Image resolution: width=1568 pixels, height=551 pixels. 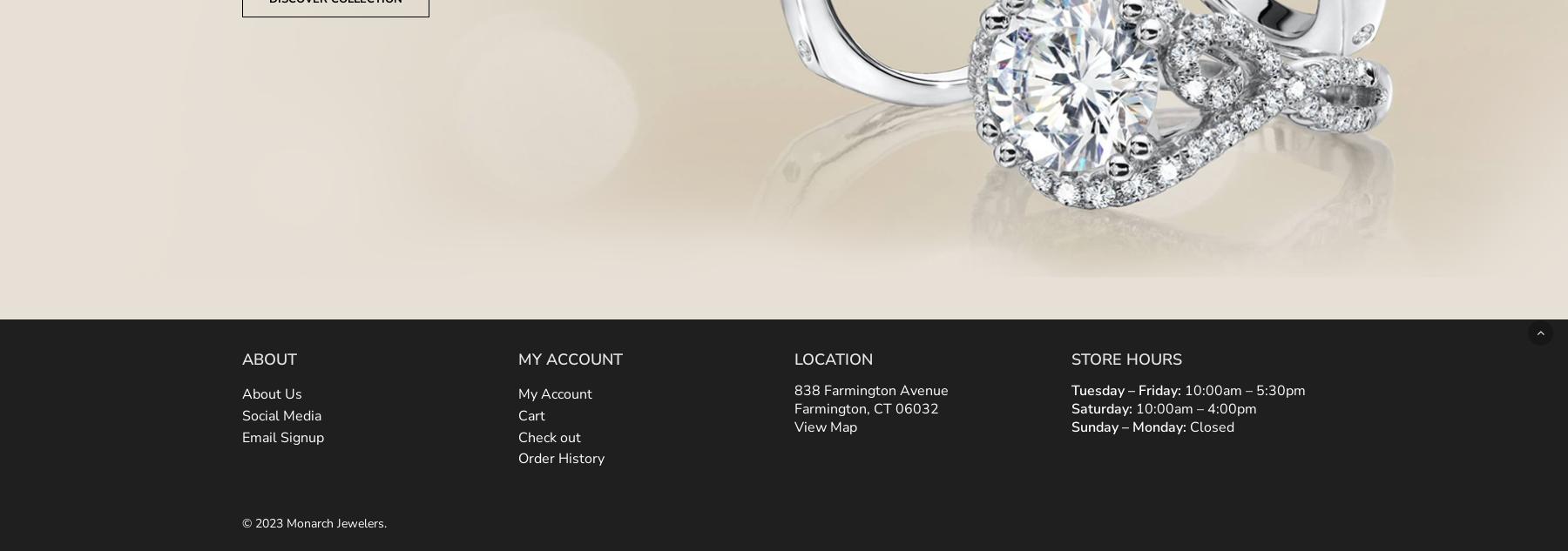 What do you see at coordinates (517, 435) in the screenshot?
I see `'Check out'` at bounding box center [517, 435].